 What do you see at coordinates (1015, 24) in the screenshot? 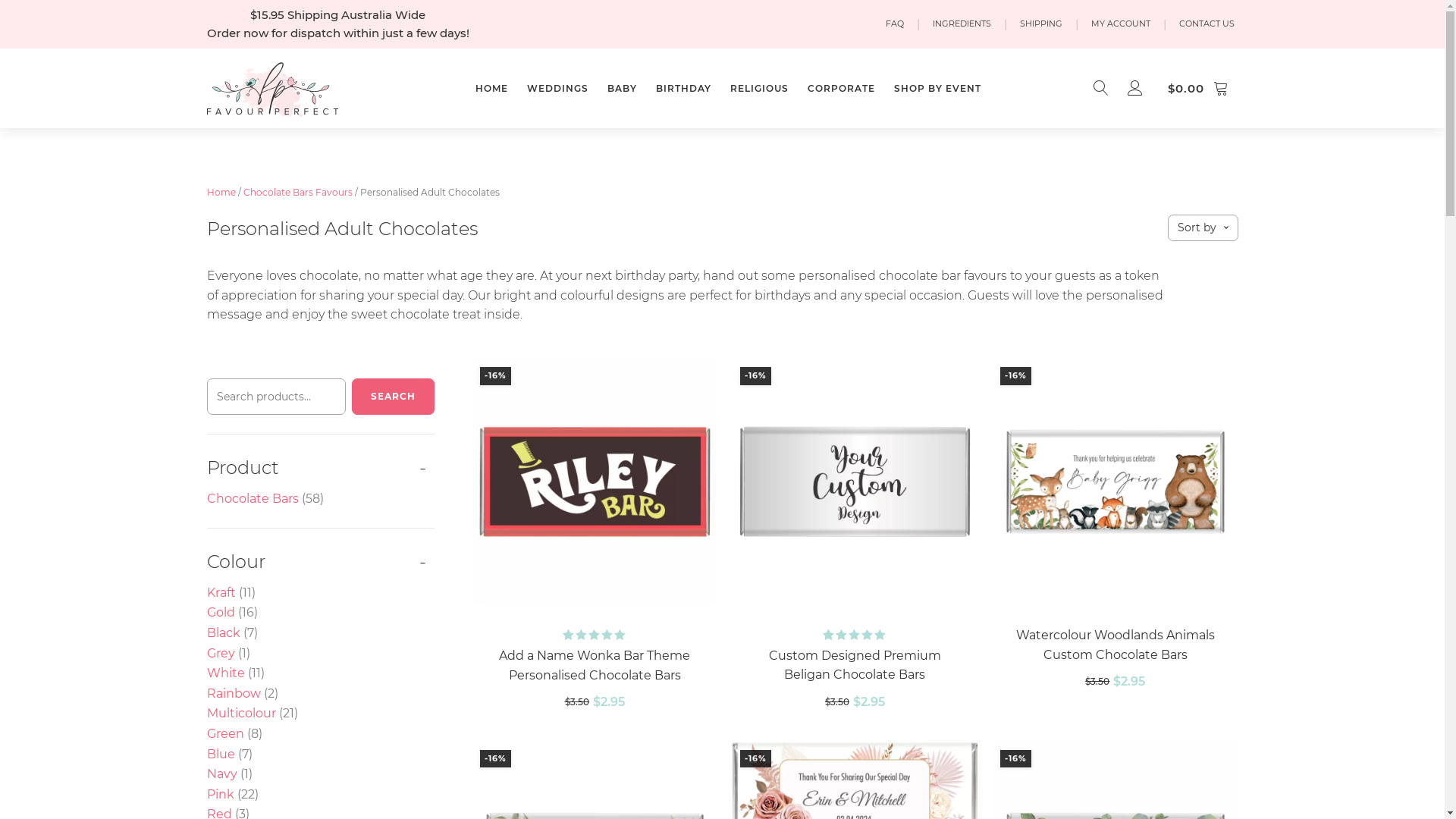
I see `'SHIPPING'` at bounding box center [1015, 24].